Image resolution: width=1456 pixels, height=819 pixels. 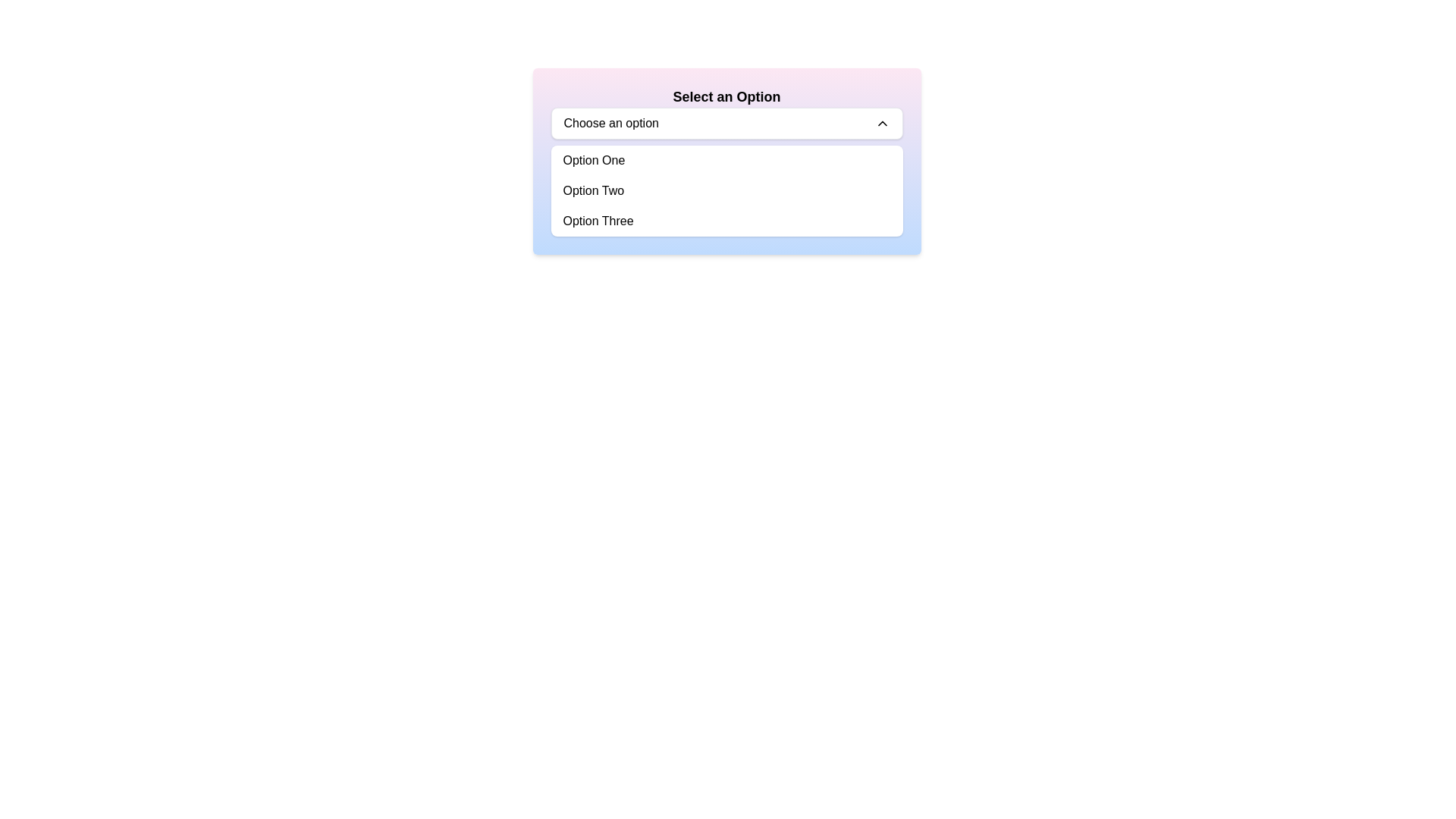 What do you see at coordinates (593, 161) in the screenshot?
I see `the first item 'Option One' in the dropdown menu` at bounding box center [593, 161].